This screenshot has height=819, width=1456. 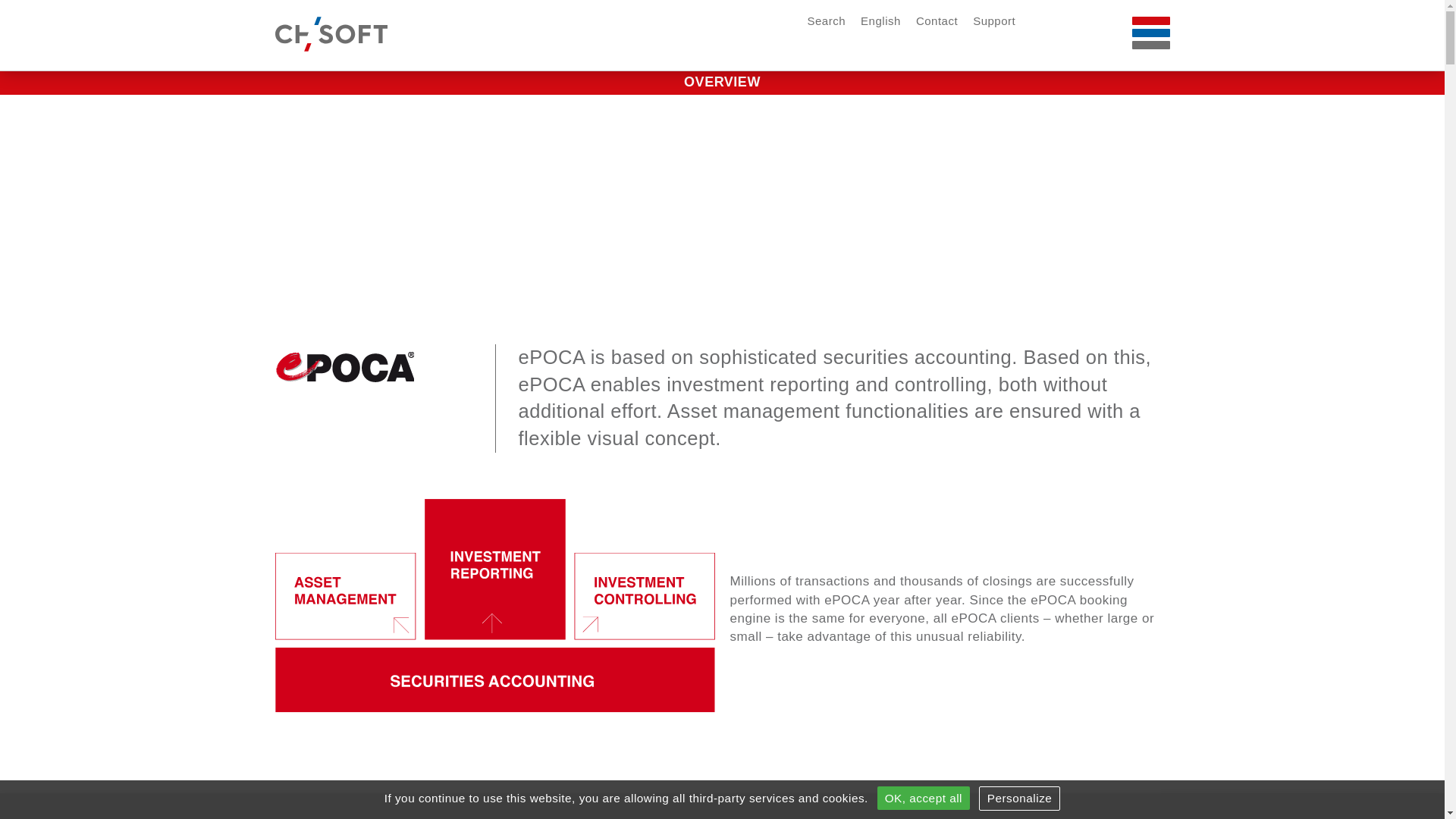 What do you see at coordinates (936, 20) in the screenshot?
I see `'Contact'` at bounding box center [936, 20].